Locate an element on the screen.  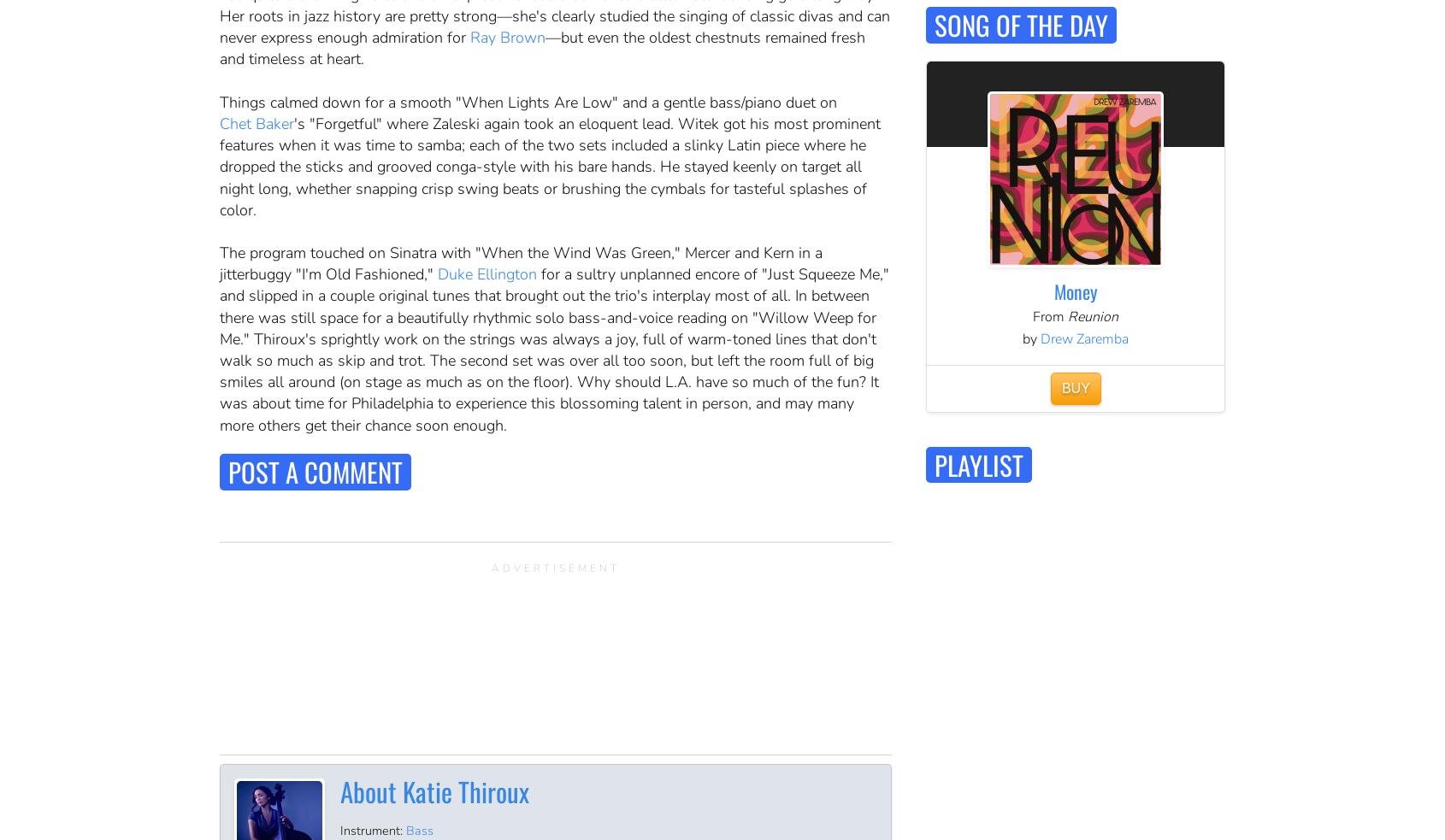
'Ray Brown' is located at coordinates (507, 37).